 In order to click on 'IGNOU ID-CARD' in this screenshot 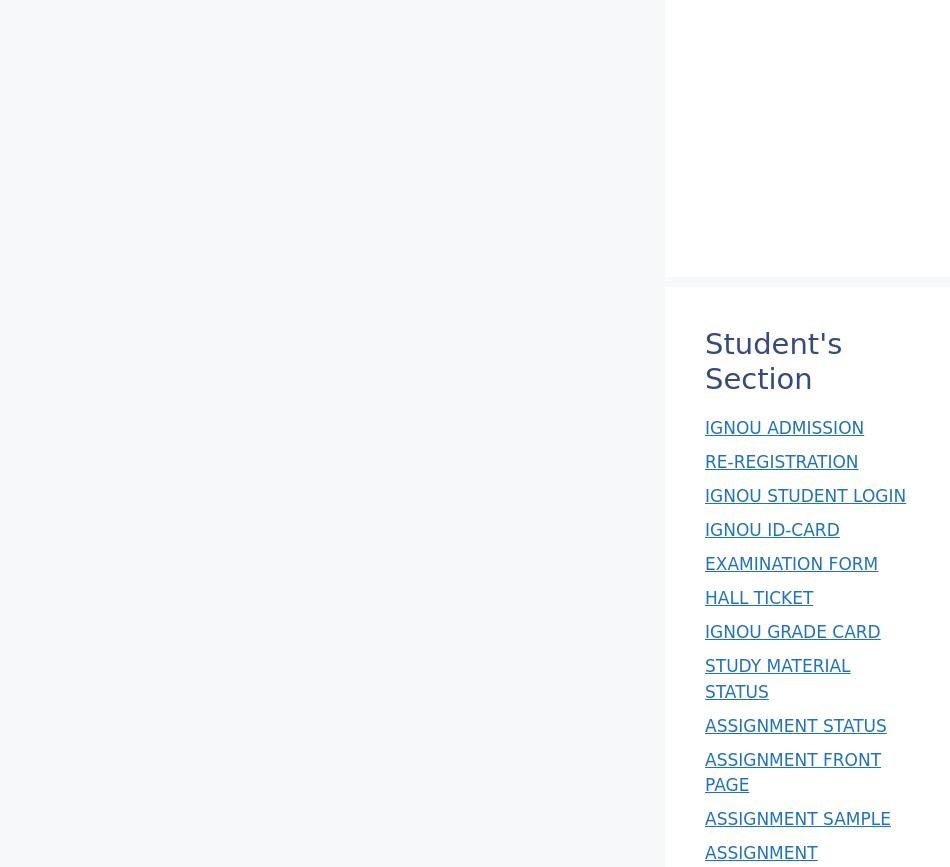, I will do `click(704, 528)`.